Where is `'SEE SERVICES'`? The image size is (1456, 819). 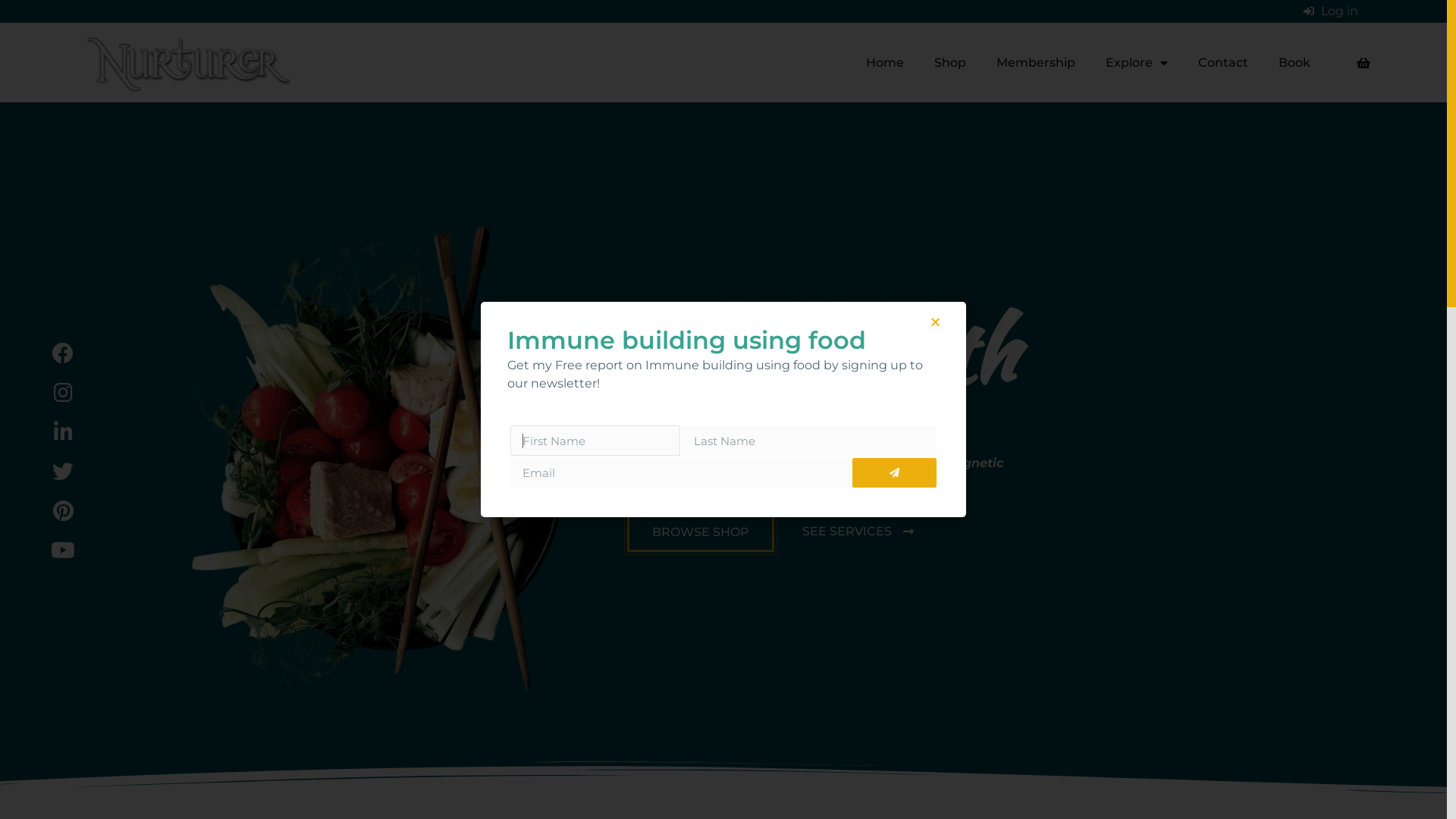
'SEE SERVICES' is located at coordinates (858, 531).